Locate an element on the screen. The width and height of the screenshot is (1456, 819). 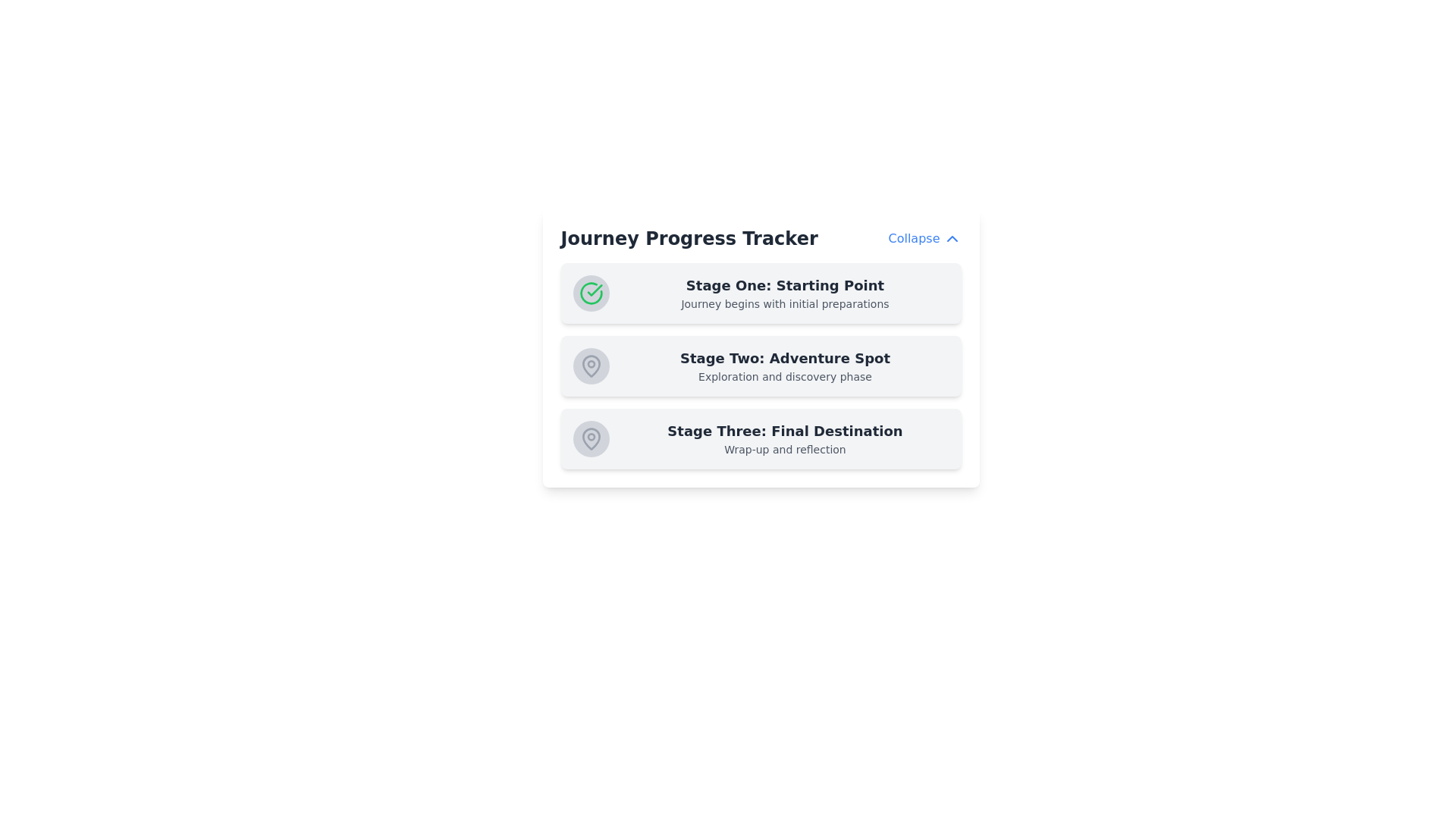
the text label displaying 'Stage Three: Final Destination' in the Journey Progress Tracker, which is styled with a large, bold, dark gray font and located in the third row of progress stages is located at coordinates (785, 431).